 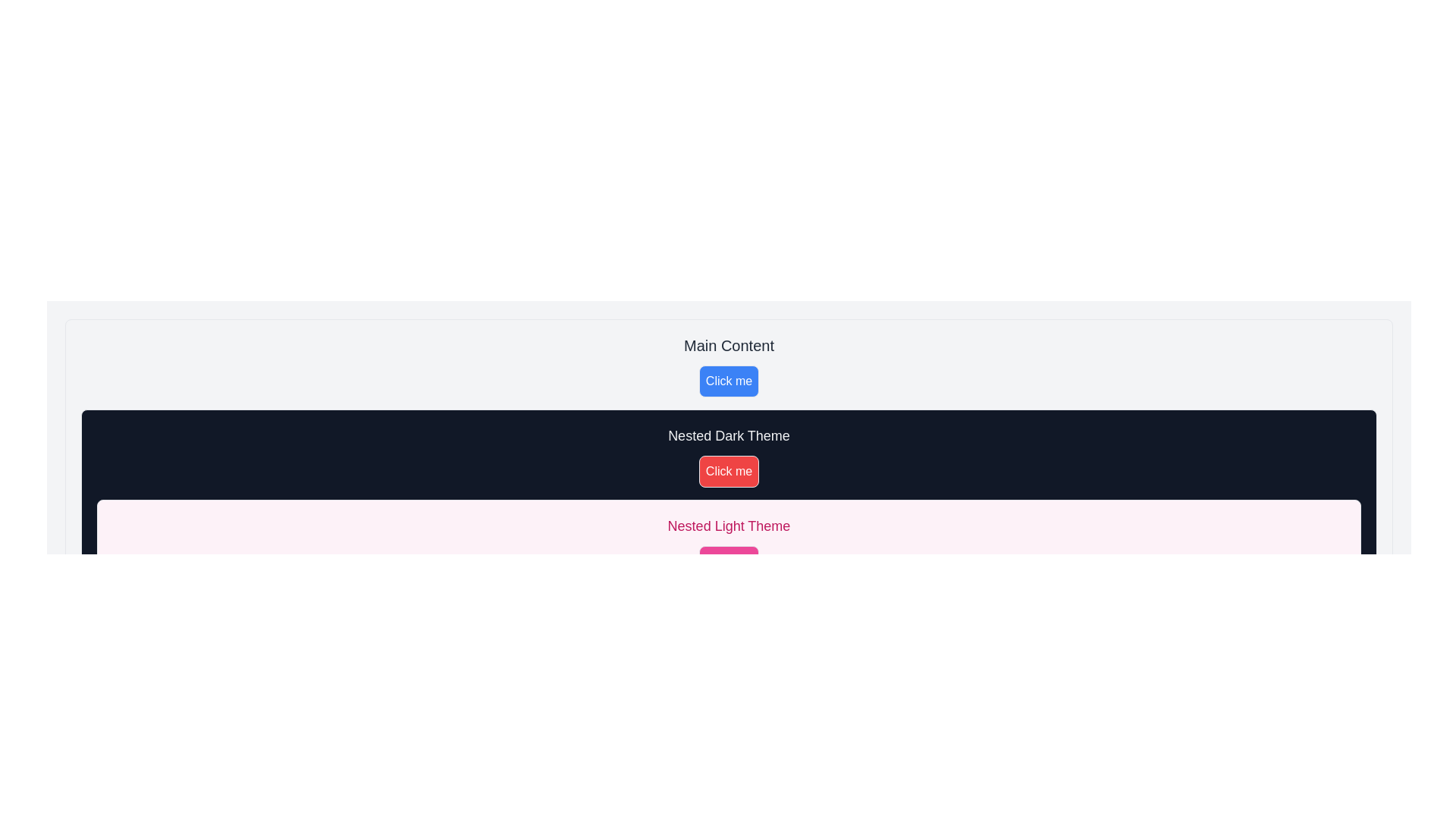 What do you see at coordinates (729, 435) in the screenshot?
I see `text from the title or heading label located at the top of the dark-themed nested section, which is centered horizontally and positioned above the 'Click me' button` at bounding box center [729, 435].